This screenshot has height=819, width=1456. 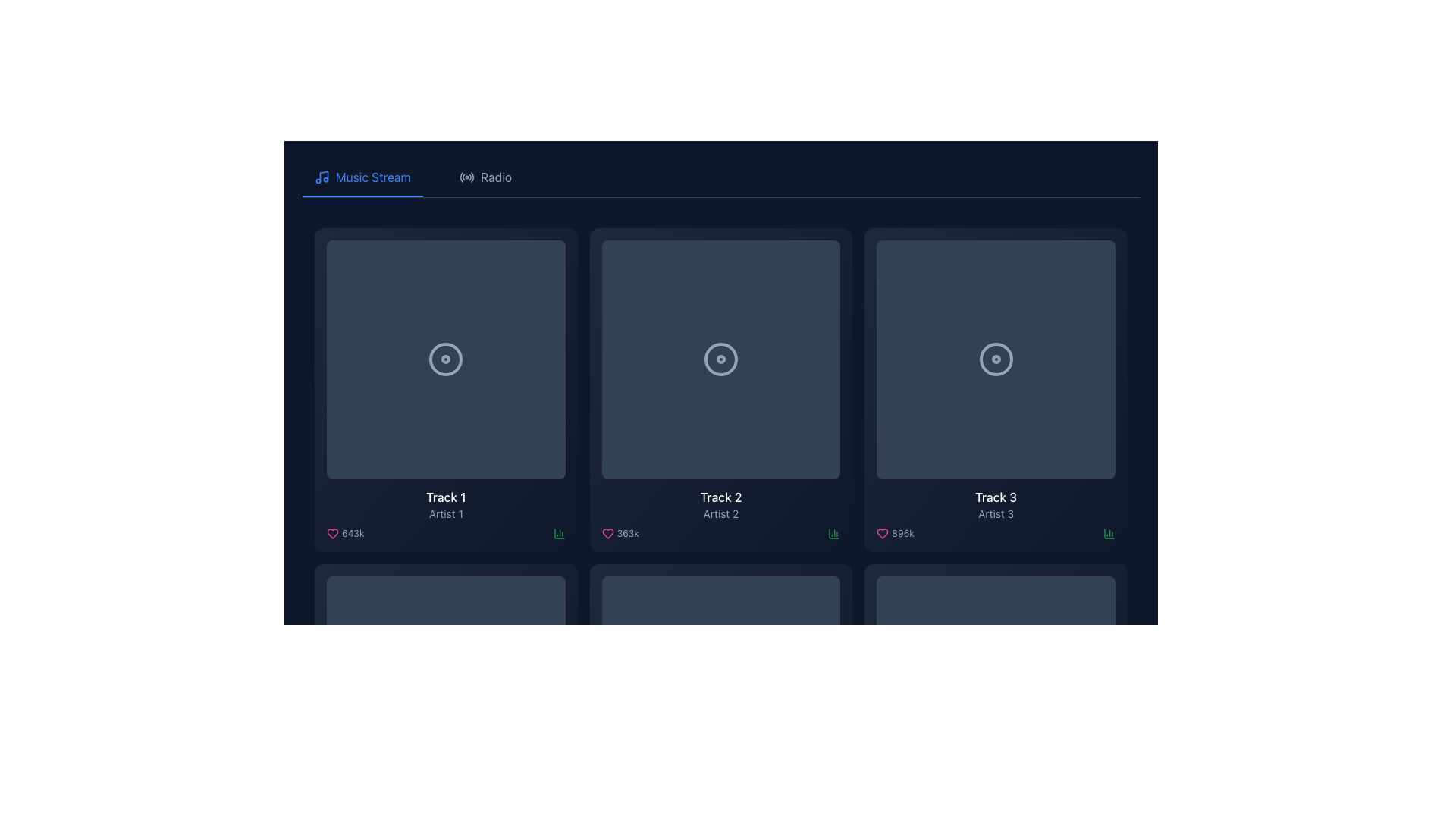 What do you see at coordinates (721, 359) in the screenshot?
I see `the play icon located at the center of the card labeled 'Track 2' by 'Artist 2'` at bounding box center [721, 359].